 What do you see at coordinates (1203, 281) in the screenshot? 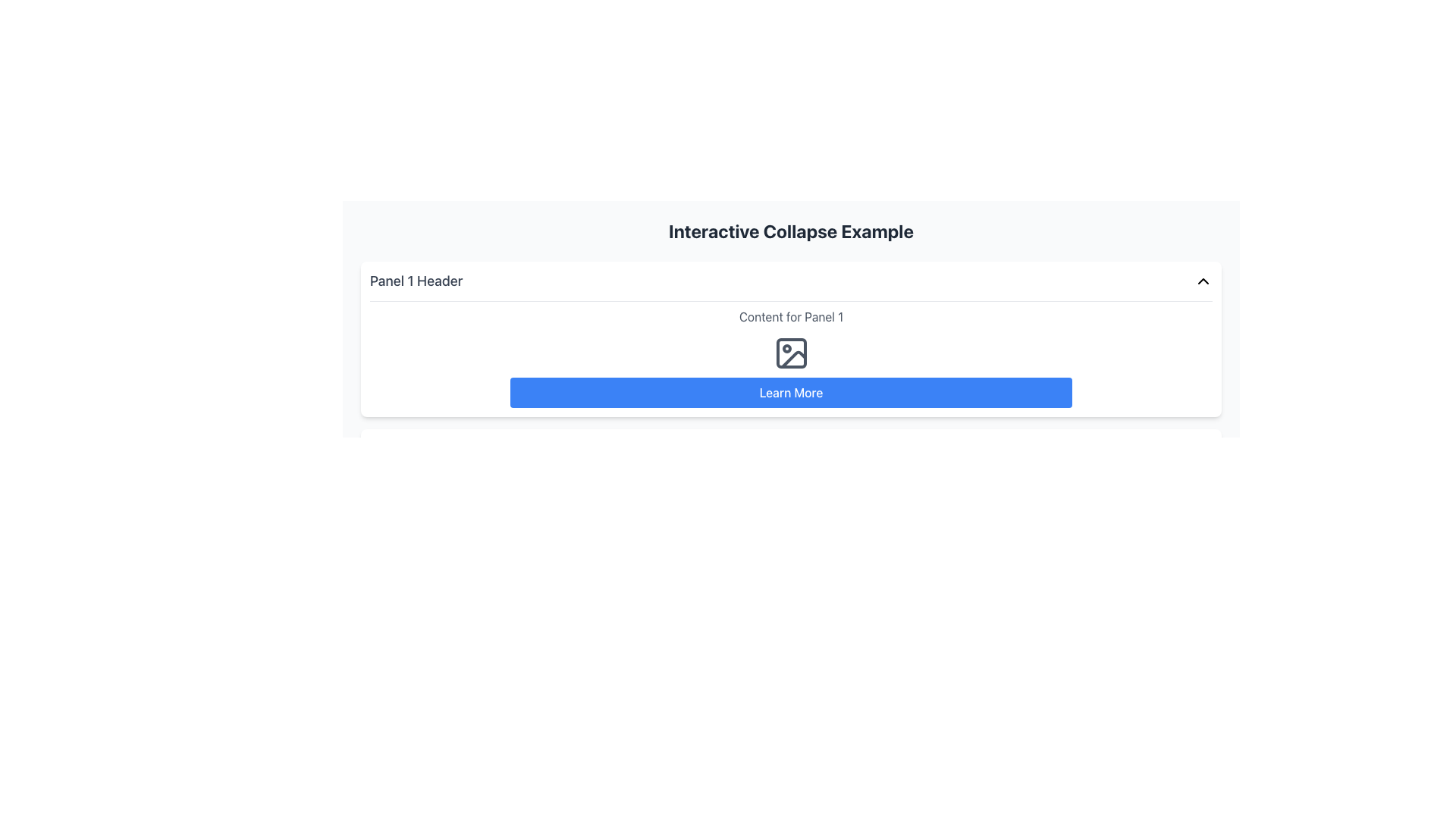
I see `the upward-facing chevron icon located to the far right of the 'Panel 1 Header' for potential visual feedback` at bounding box center [1203, 281].